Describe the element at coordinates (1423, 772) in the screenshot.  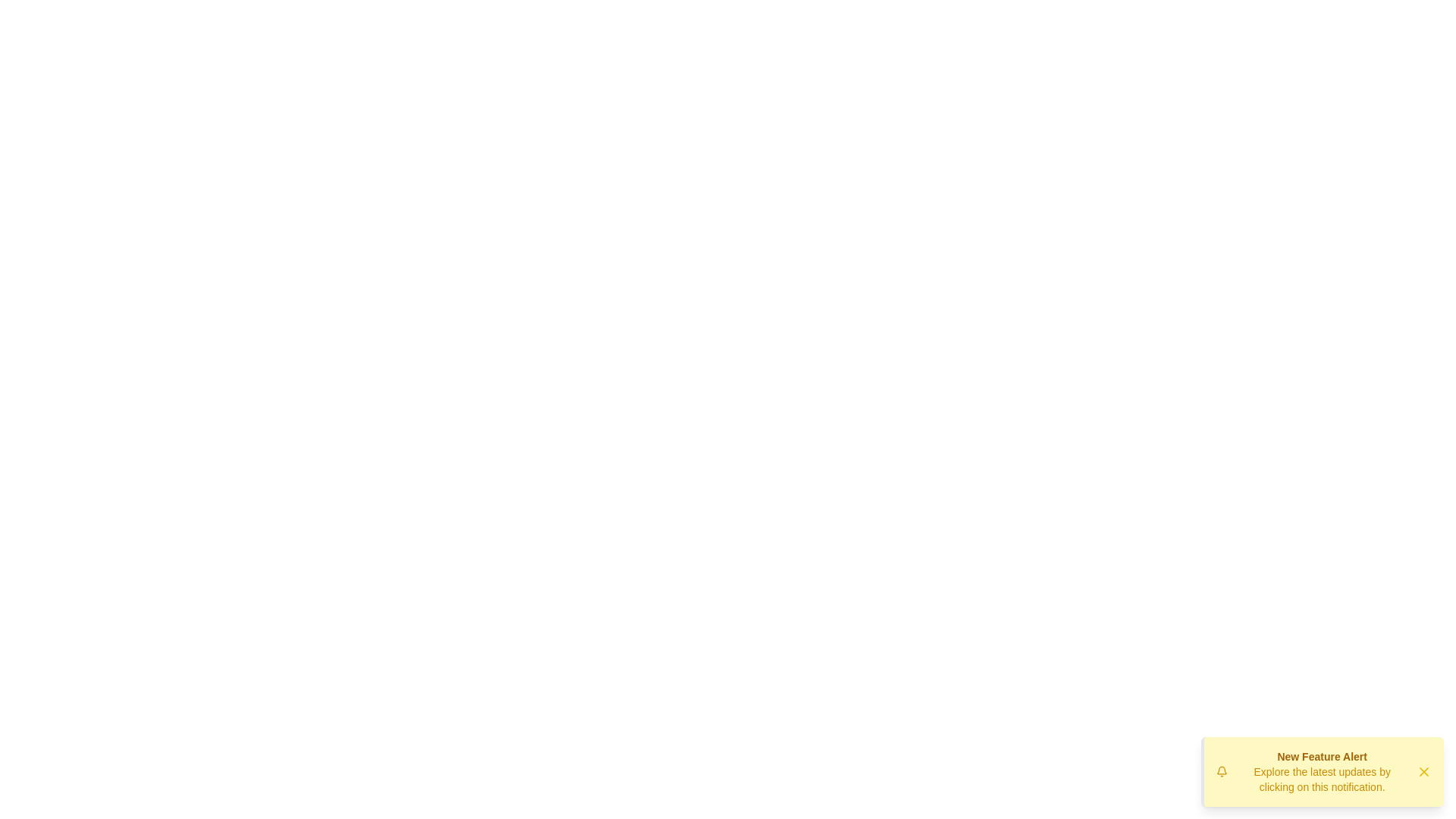
I see `the dismiss button to close the notification` at that location.